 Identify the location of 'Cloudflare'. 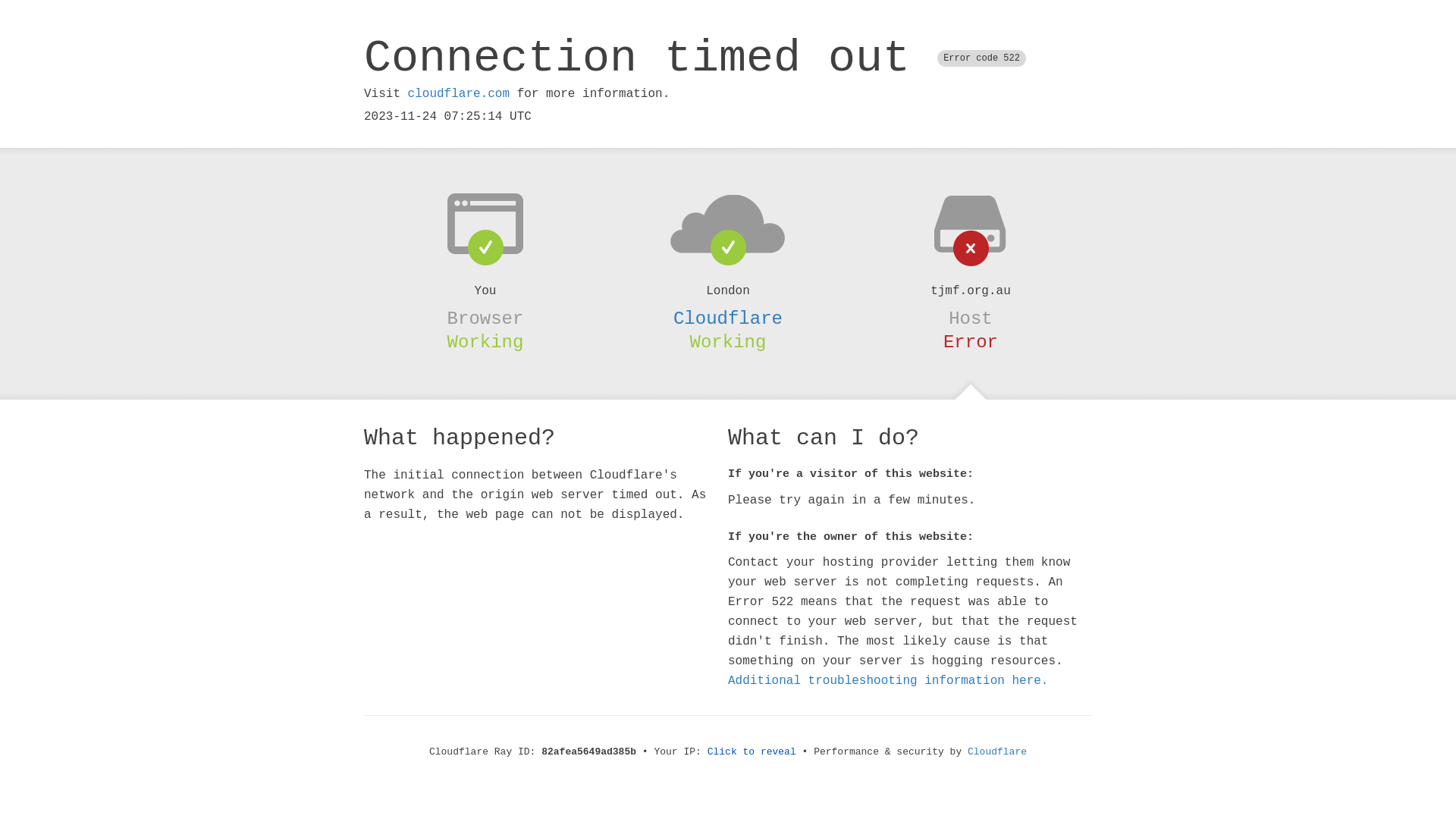
(997, 752).